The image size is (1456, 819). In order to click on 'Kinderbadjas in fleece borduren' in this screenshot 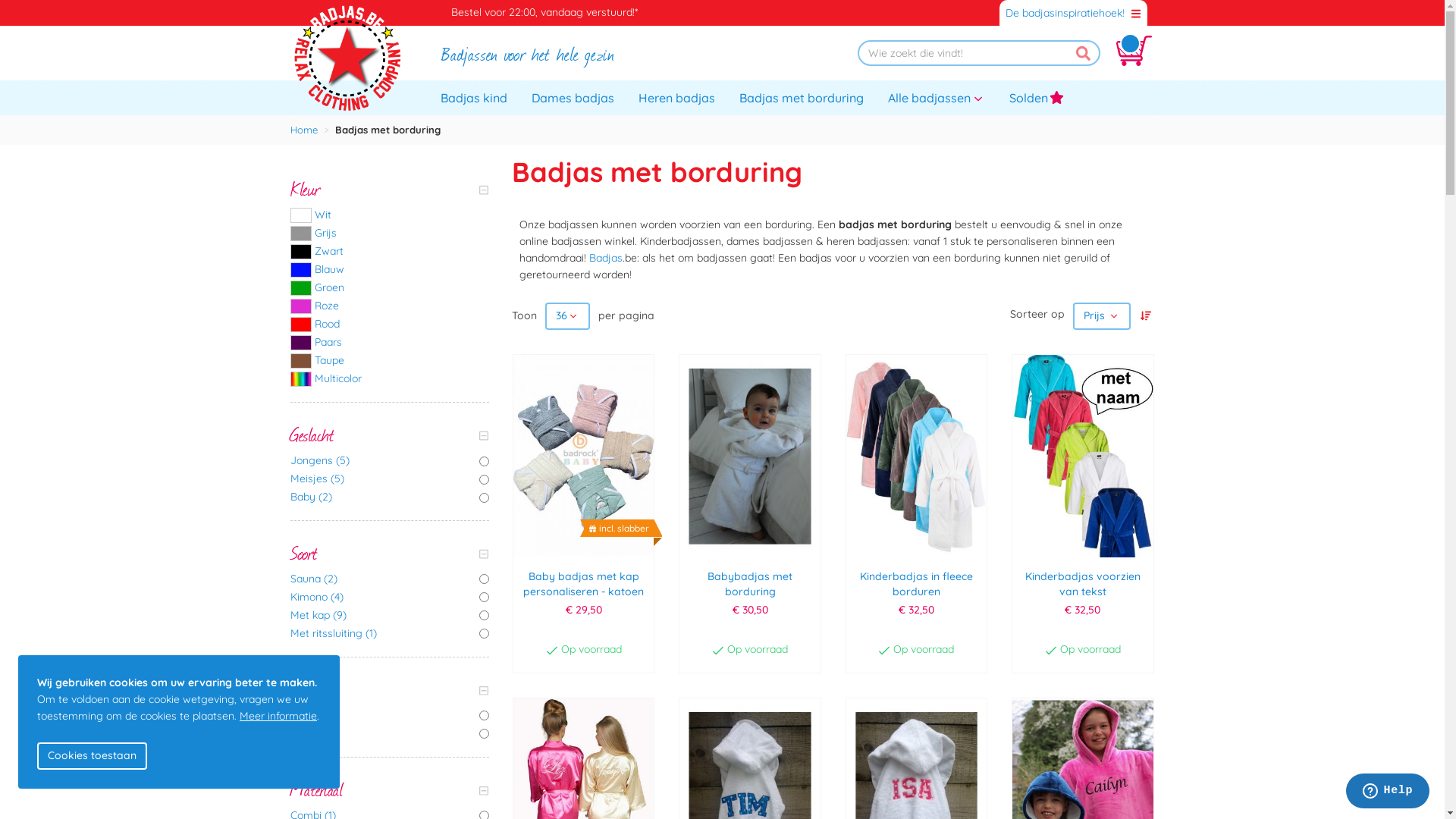, I will do `click(852, 585)`.